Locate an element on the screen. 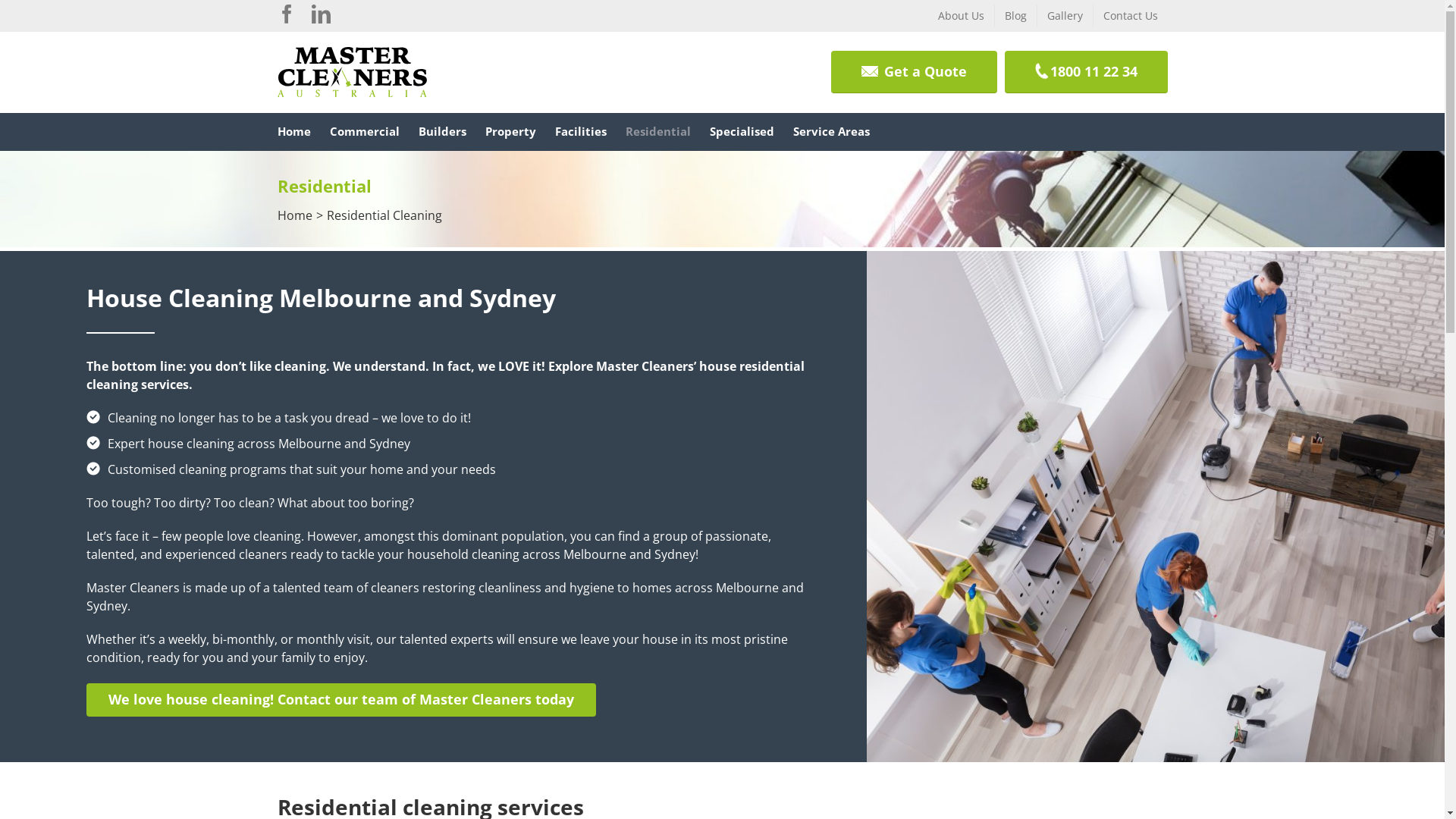 The height and width of the screenshot is (819, 1456). 'Specialised' is located at coordinates (709, 130).